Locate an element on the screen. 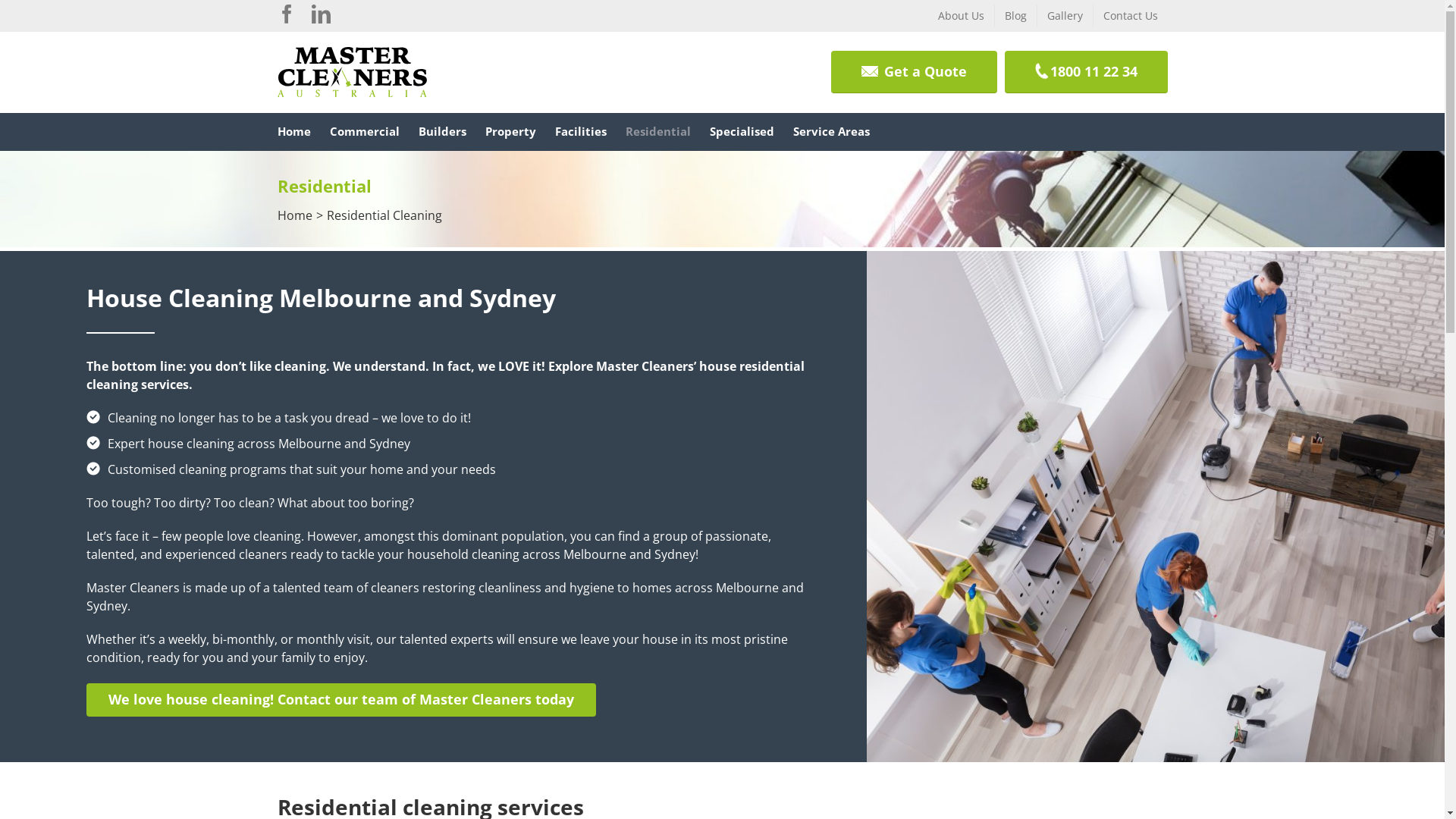 The height and width of the screenshot is (819, 1456). 'Specialised' is located at coordinates (709, 130).